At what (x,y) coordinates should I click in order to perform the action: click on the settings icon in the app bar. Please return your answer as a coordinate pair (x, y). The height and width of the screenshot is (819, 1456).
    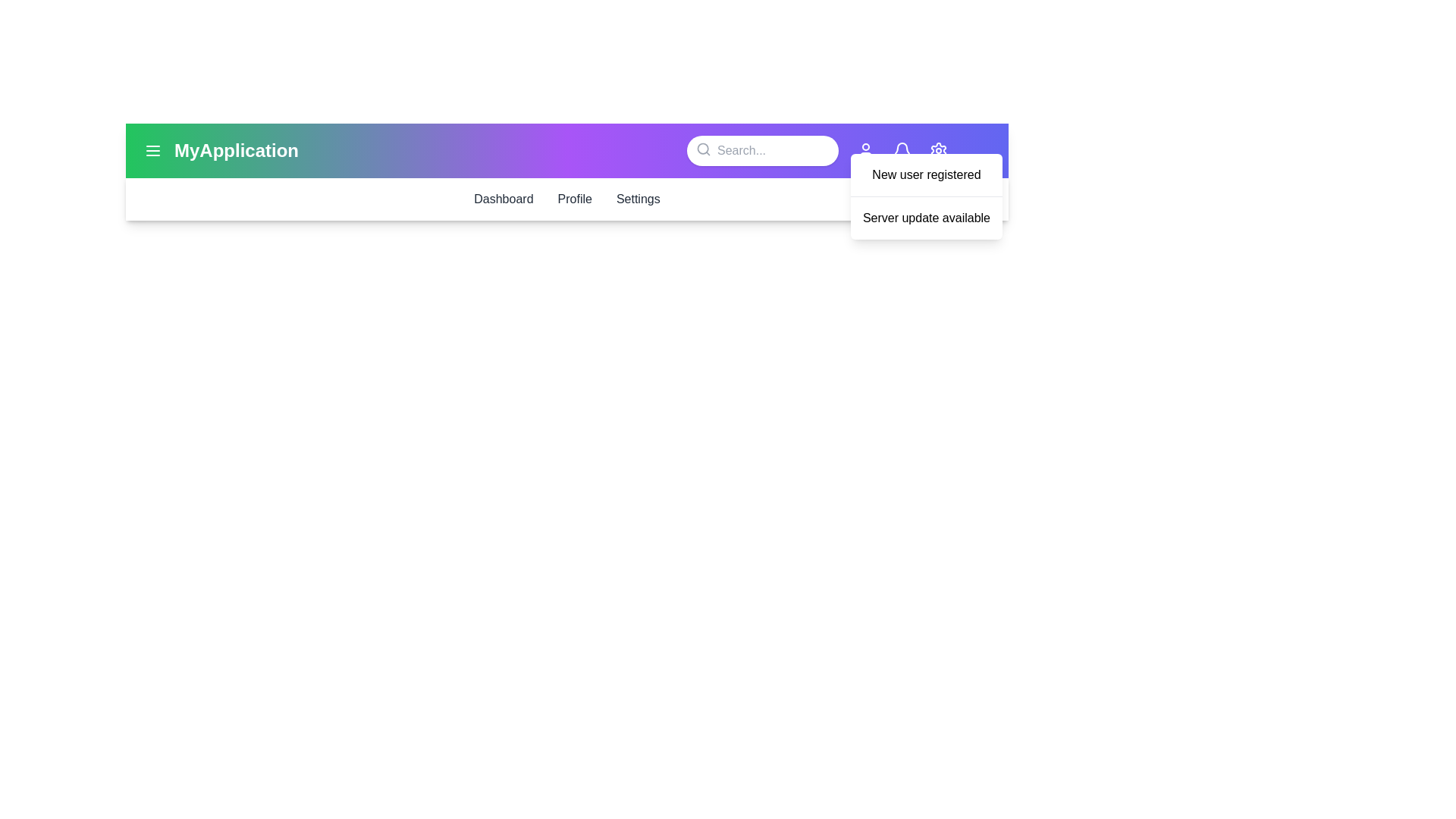
    Looking at the image, I should click on (938, 151).